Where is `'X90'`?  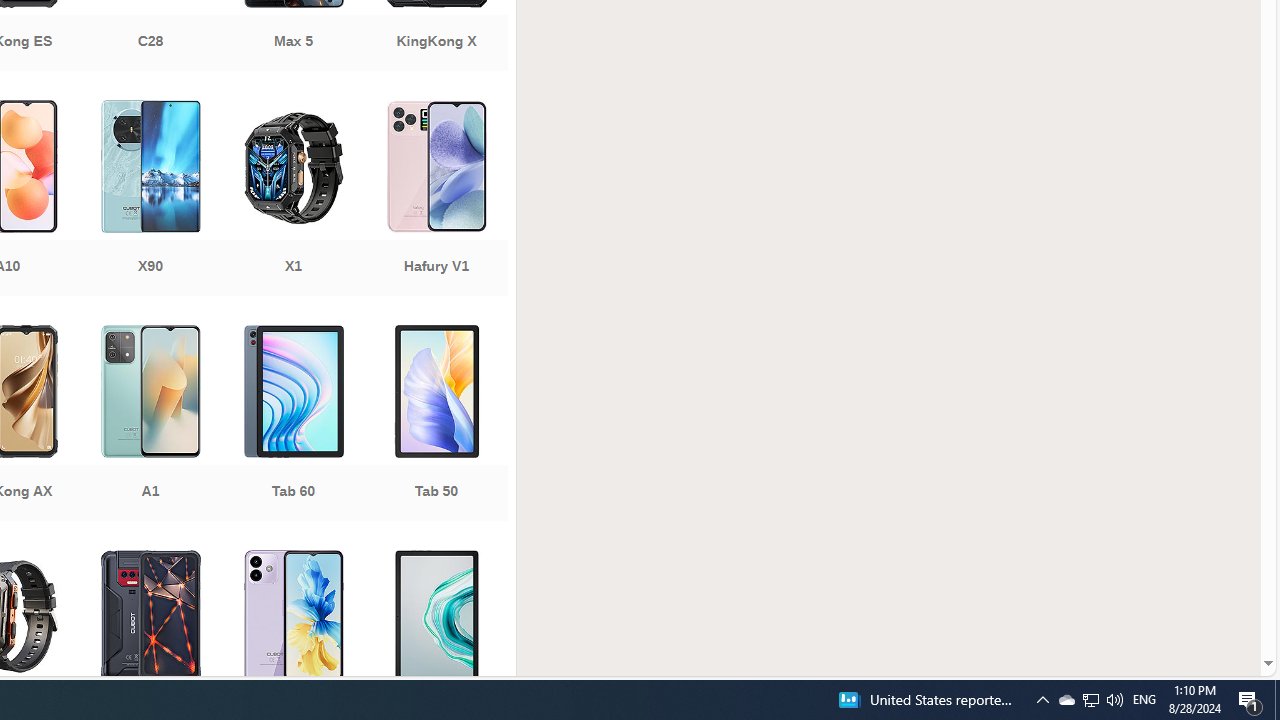
'X90' is located at coordinates (149, 200).